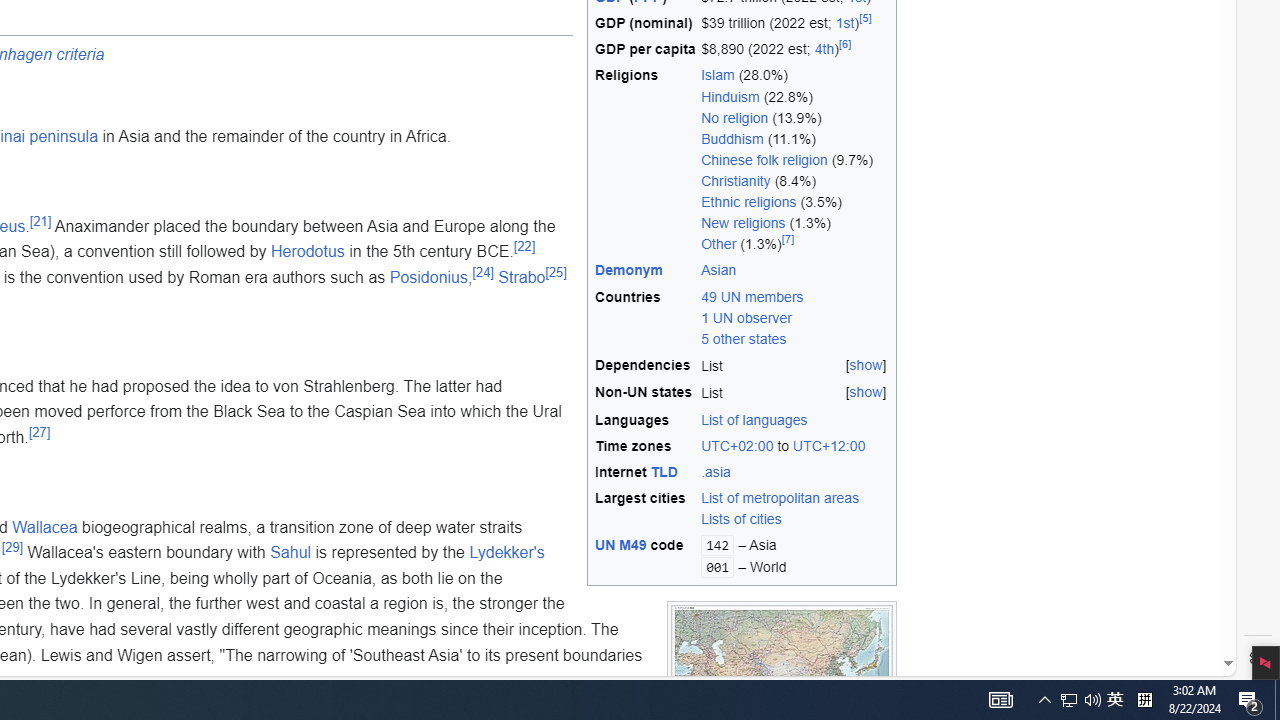 The image size is (1280, 720). I want to click on 'UN M49 code', so click(645, 556).